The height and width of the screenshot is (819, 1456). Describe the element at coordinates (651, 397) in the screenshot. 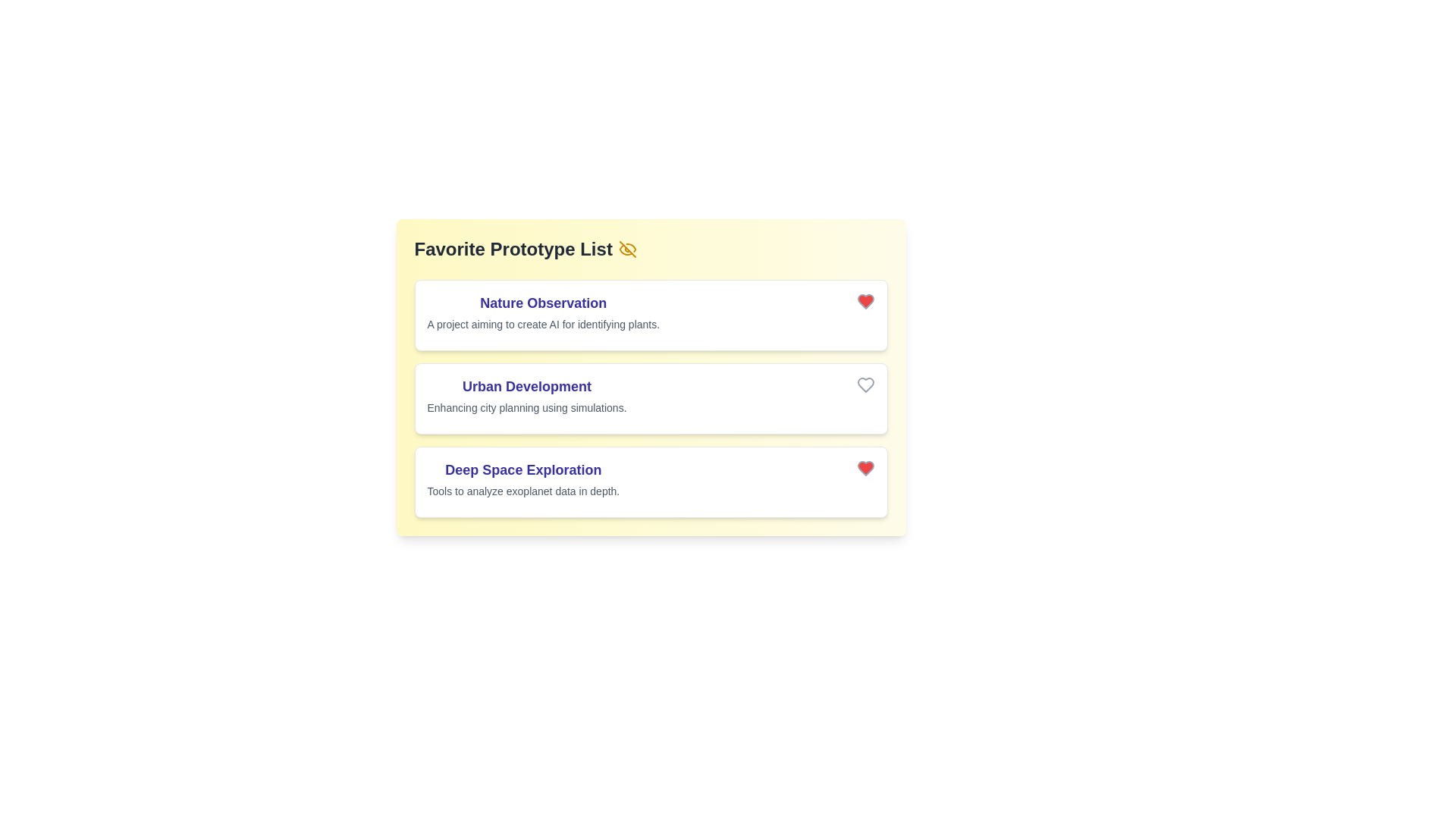

I see `the list item corresponding to Urban Development` at that location.